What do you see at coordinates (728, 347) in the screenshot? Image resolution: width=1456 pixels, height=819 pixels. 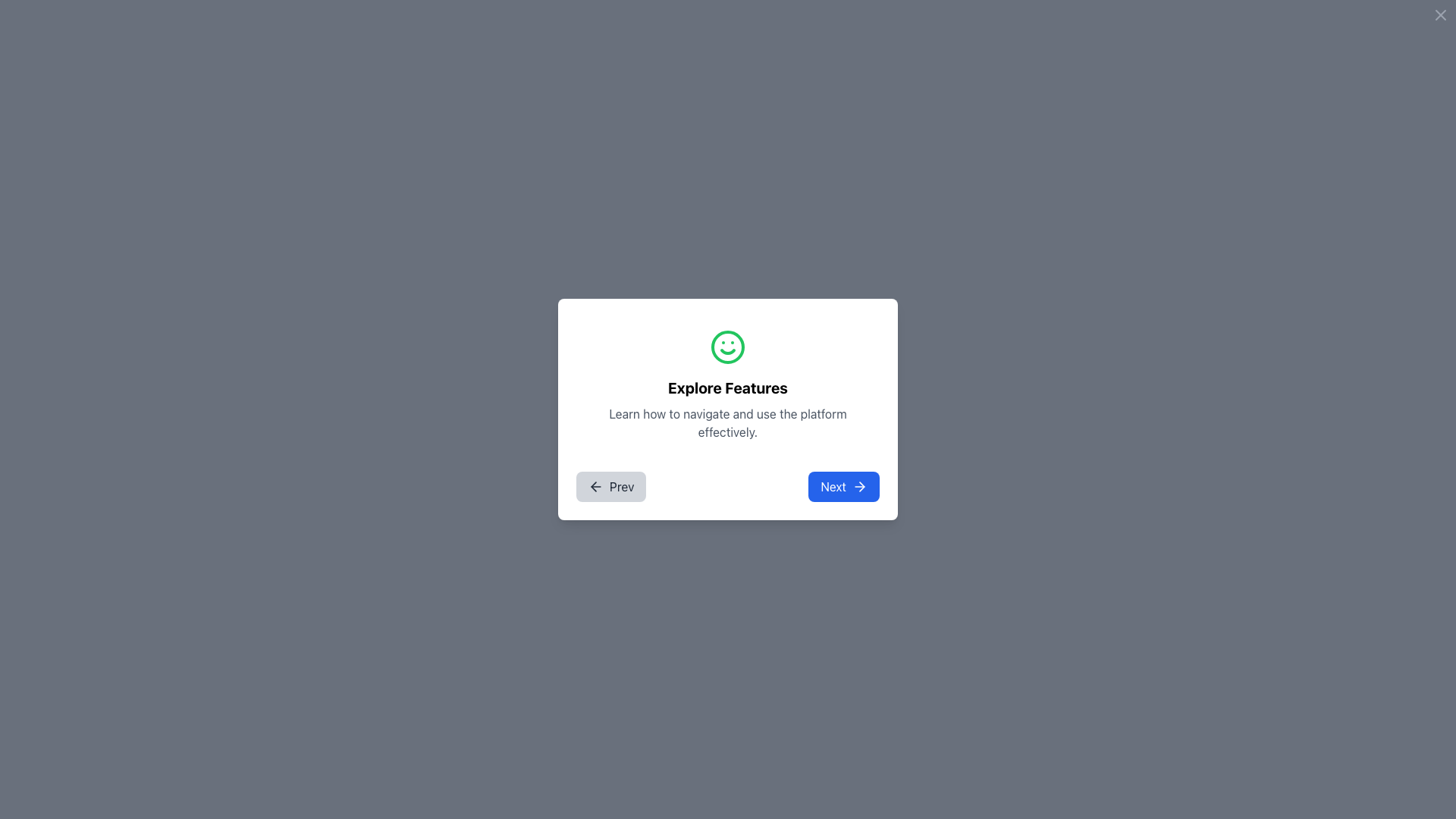 I see `the central circle of the smiley icon located at the top of the dialog box, above the text 'Explore Features'` at bounding box center [728, 347].